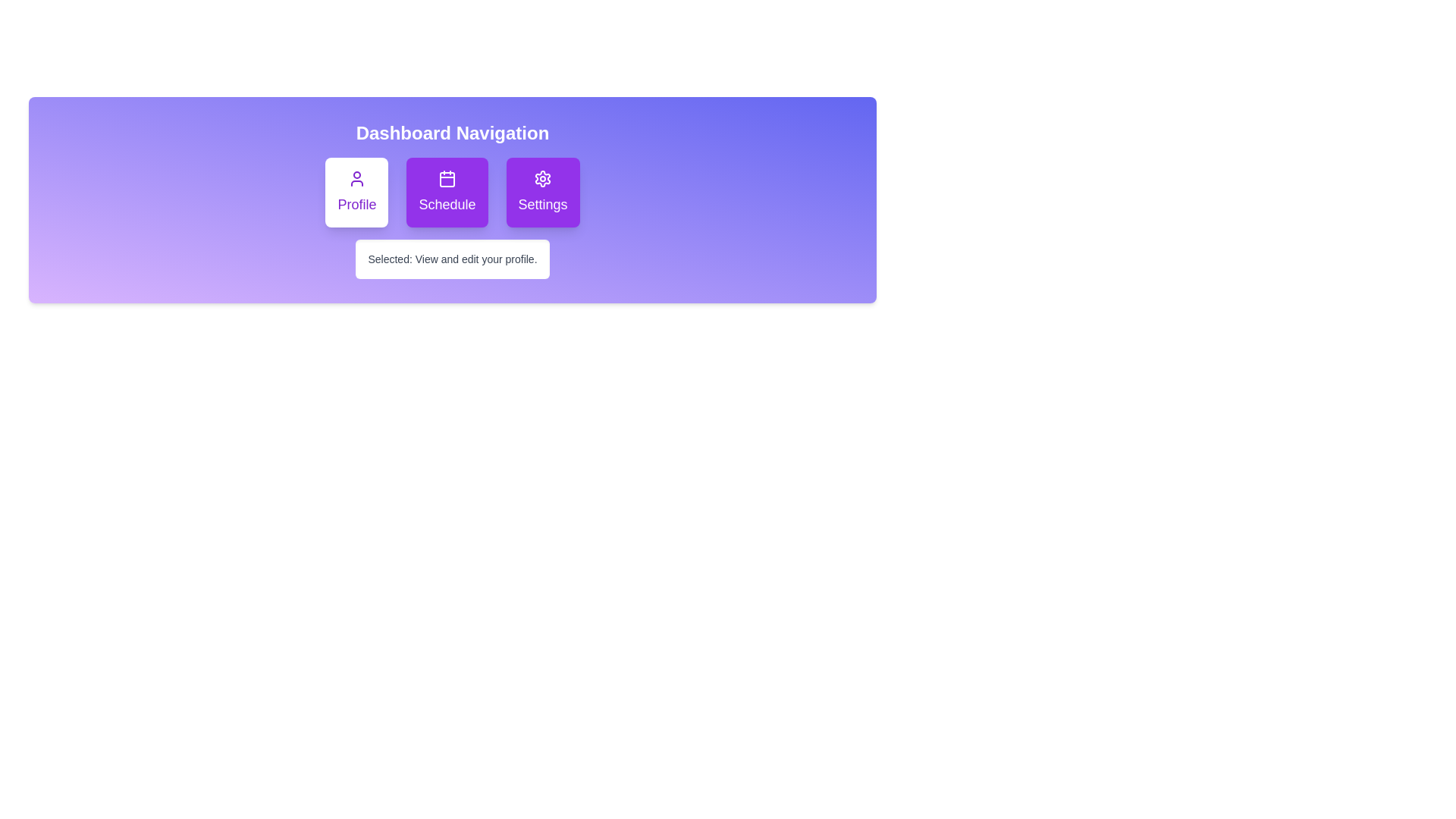 The height and width of the screenshot is (819, 1456). What do you see at coordinates (447, 178) in the screenshot?
I see `the central square of the calendar icon, which is part of the 'Schedule' button in the interface's button row` at bounding box center [447, 178].